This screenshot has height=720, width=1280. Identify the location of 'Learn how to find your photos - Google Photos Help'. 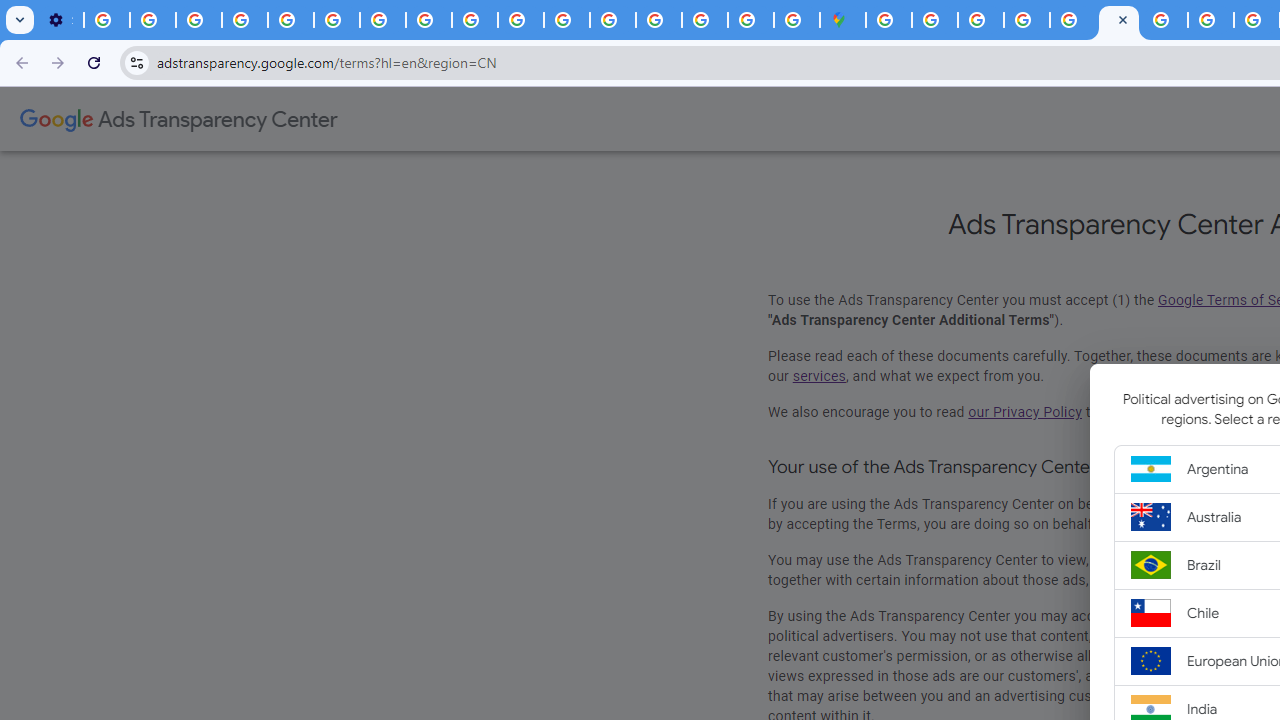
(152, 20).